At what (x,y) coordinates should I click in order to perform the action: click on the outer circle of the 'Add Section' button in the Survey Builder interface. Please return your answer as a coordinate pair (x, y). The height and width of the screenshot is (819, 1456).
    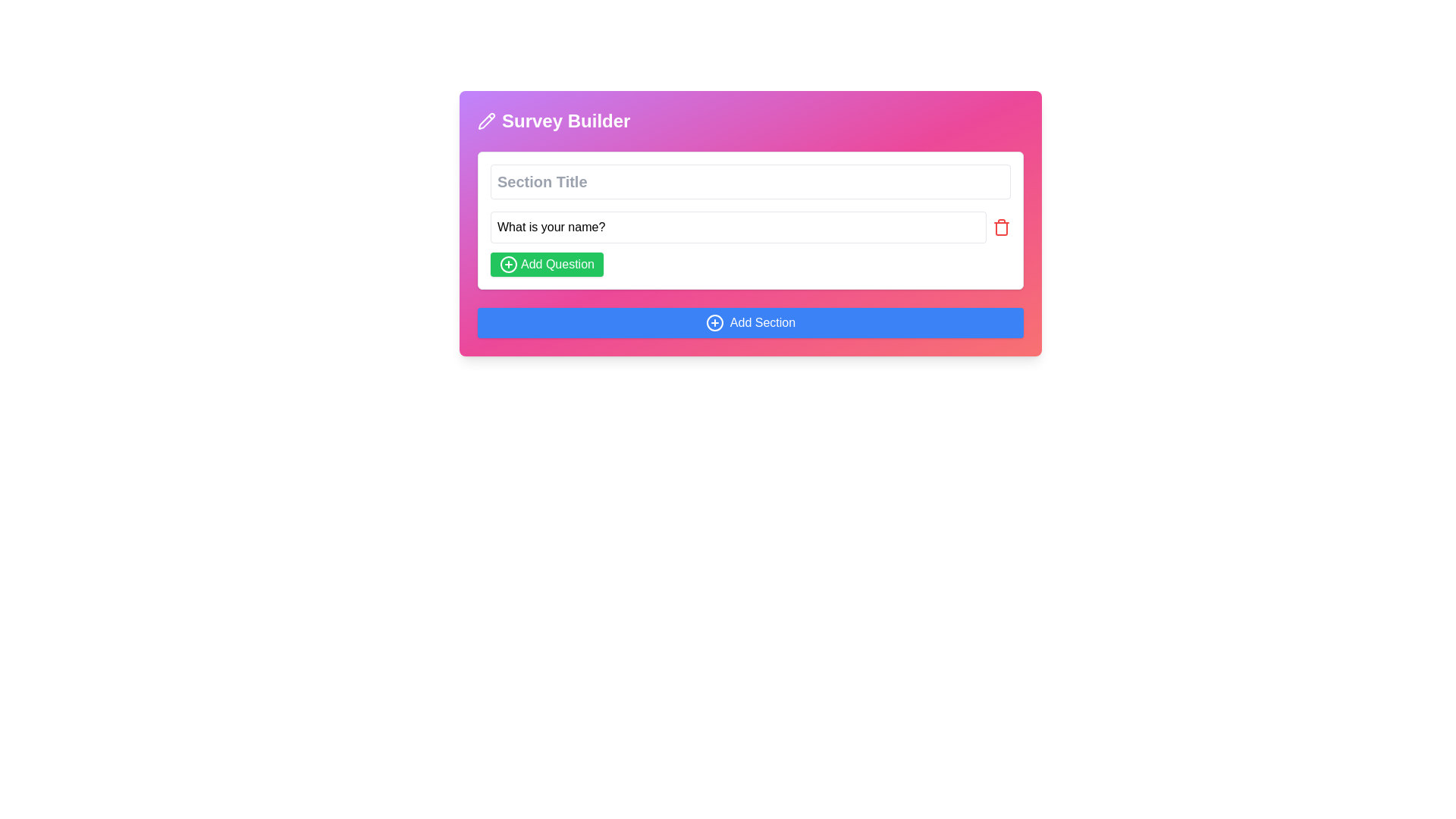
    Looking at the image, I should click on (714, 322).